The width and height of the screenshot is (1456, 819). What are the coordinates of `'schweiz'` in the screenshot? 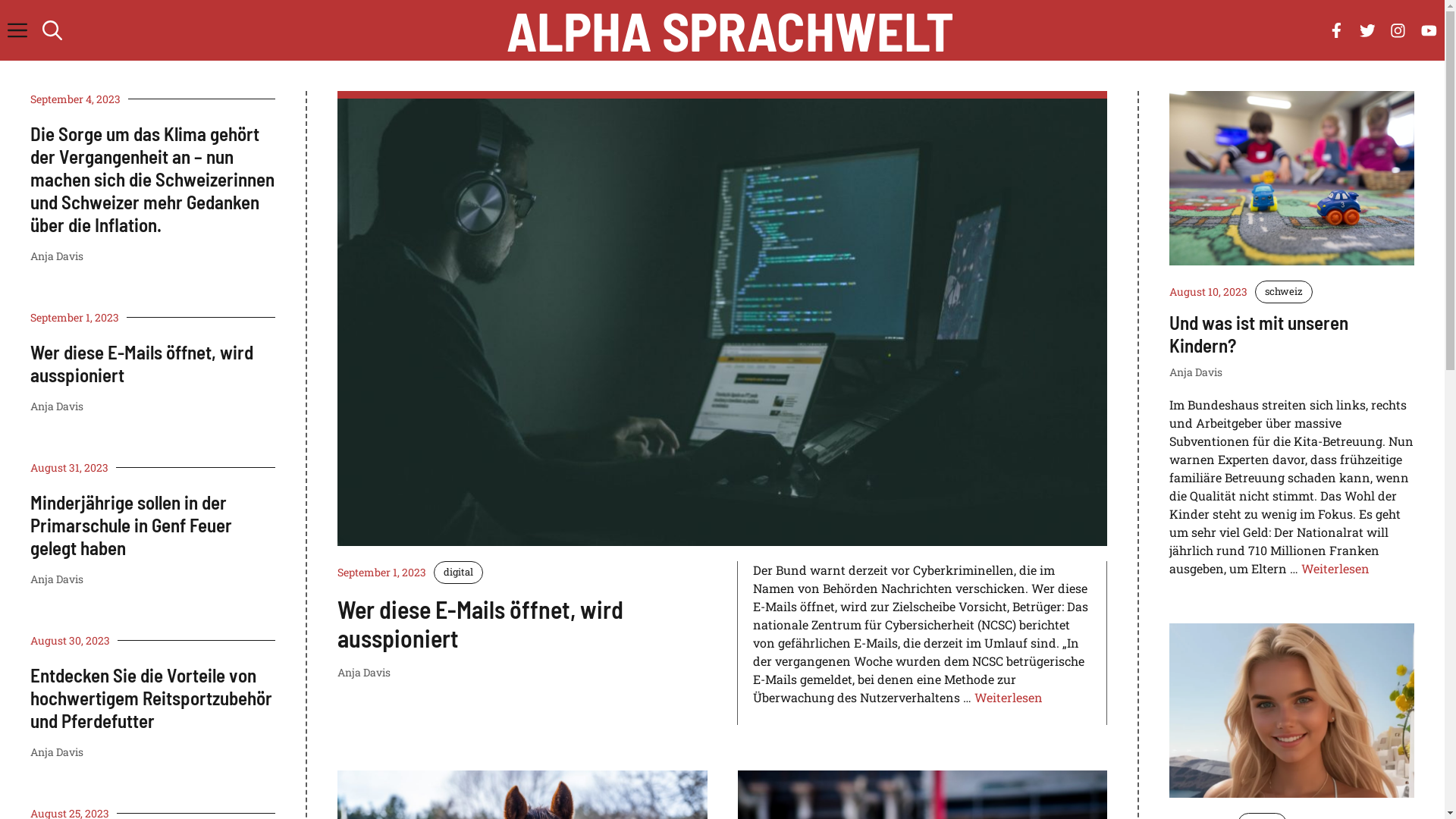 It's located at (1283, 292).